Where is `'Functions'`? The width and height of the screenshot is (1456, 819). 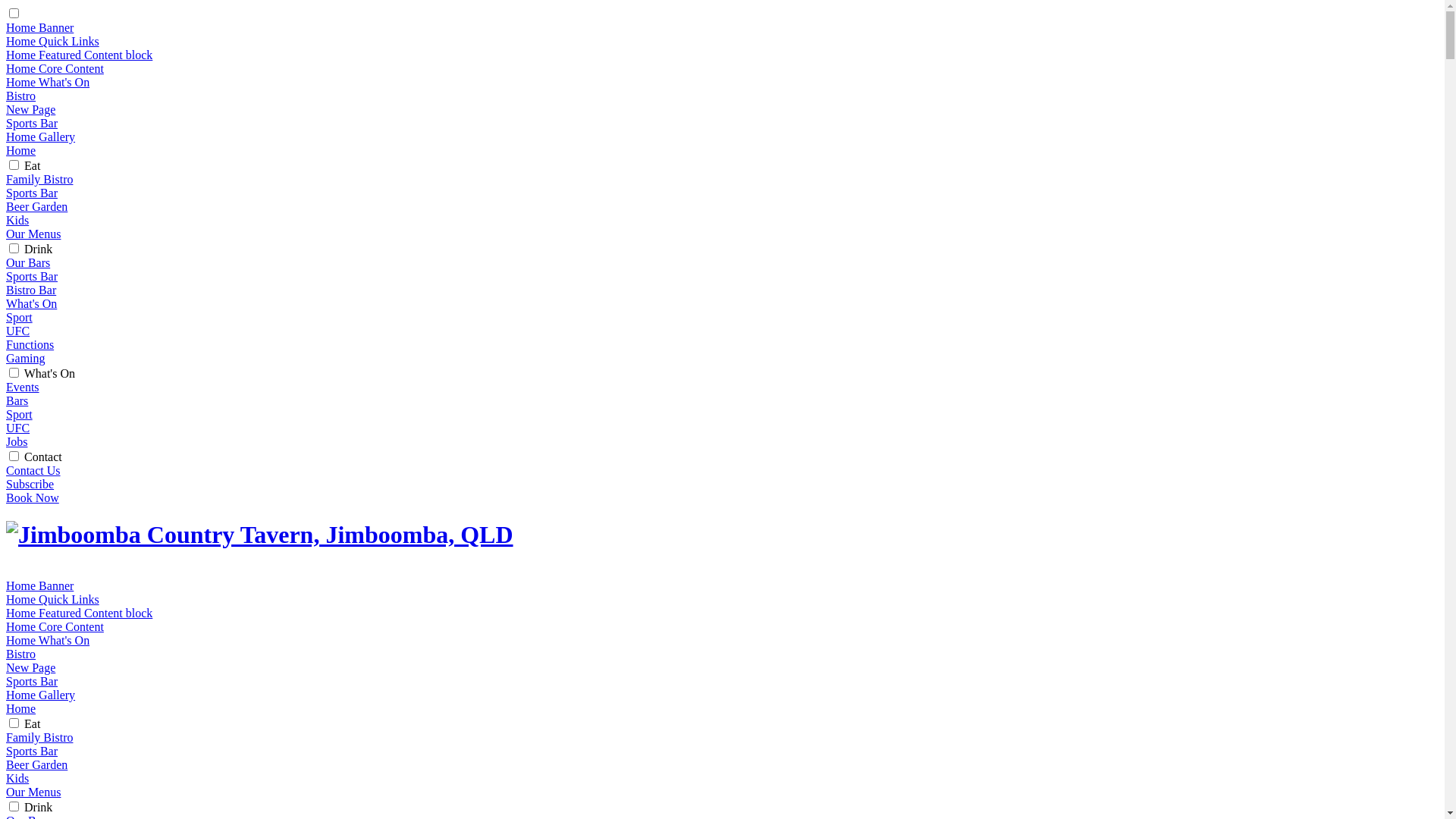
'Functions' is located at coordinates (30, 344).